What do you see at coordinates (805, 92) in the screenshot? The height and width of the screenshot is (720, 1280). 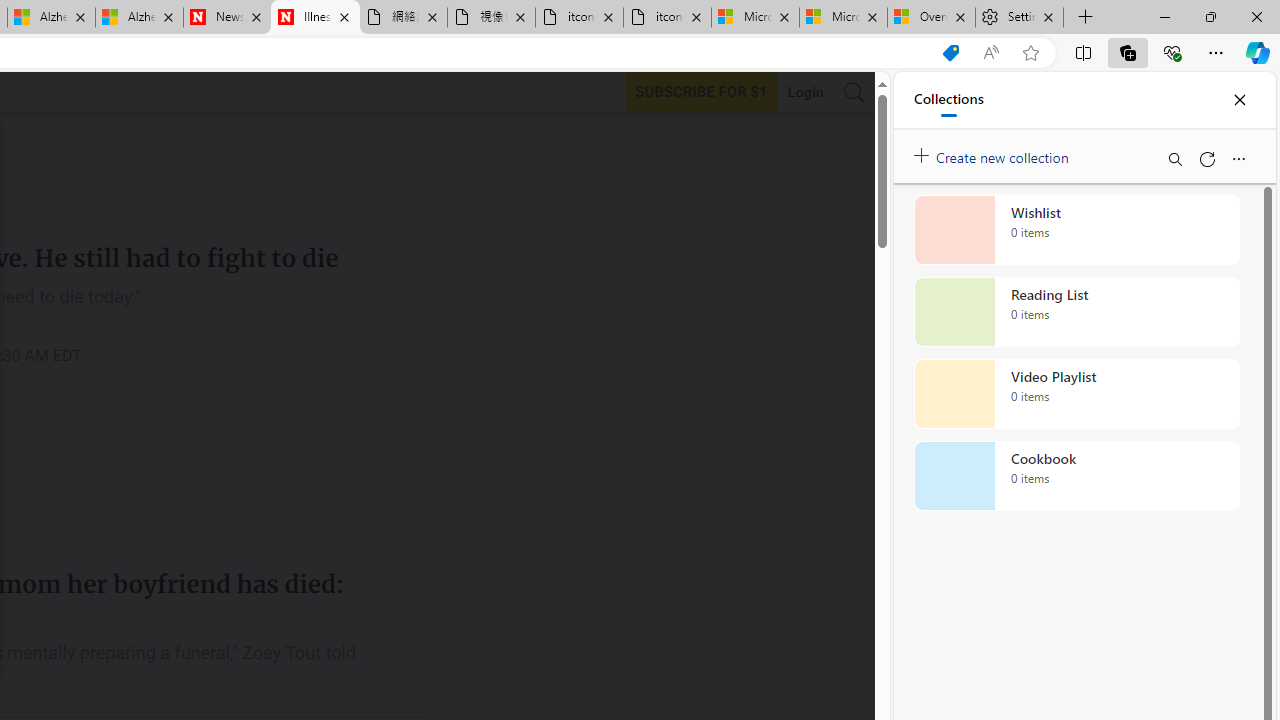 I see `'Login'` at bounding box center [805, 92].